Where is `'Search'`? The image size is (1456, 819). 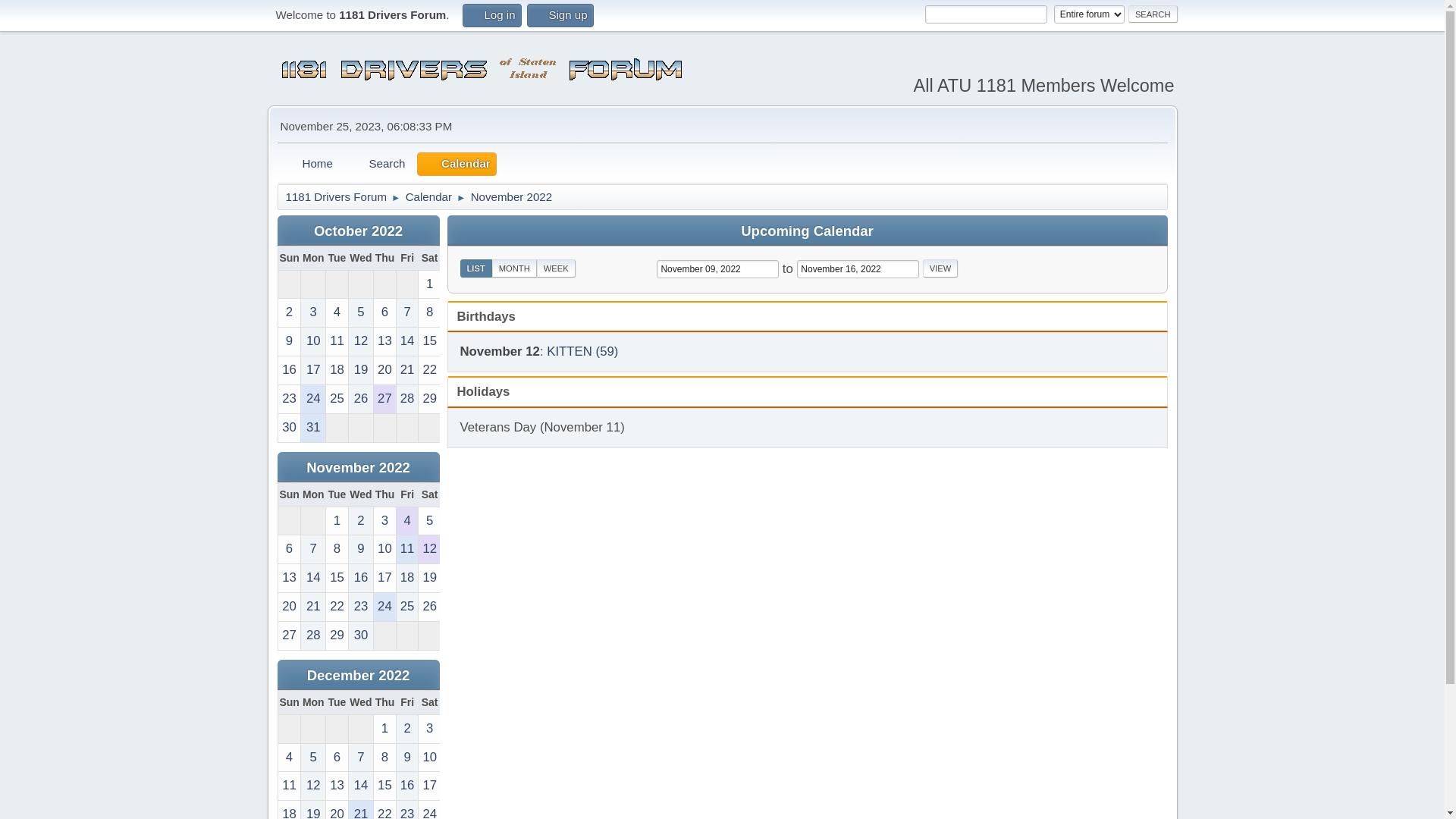 'Search' is located at coordinates (344, 164).